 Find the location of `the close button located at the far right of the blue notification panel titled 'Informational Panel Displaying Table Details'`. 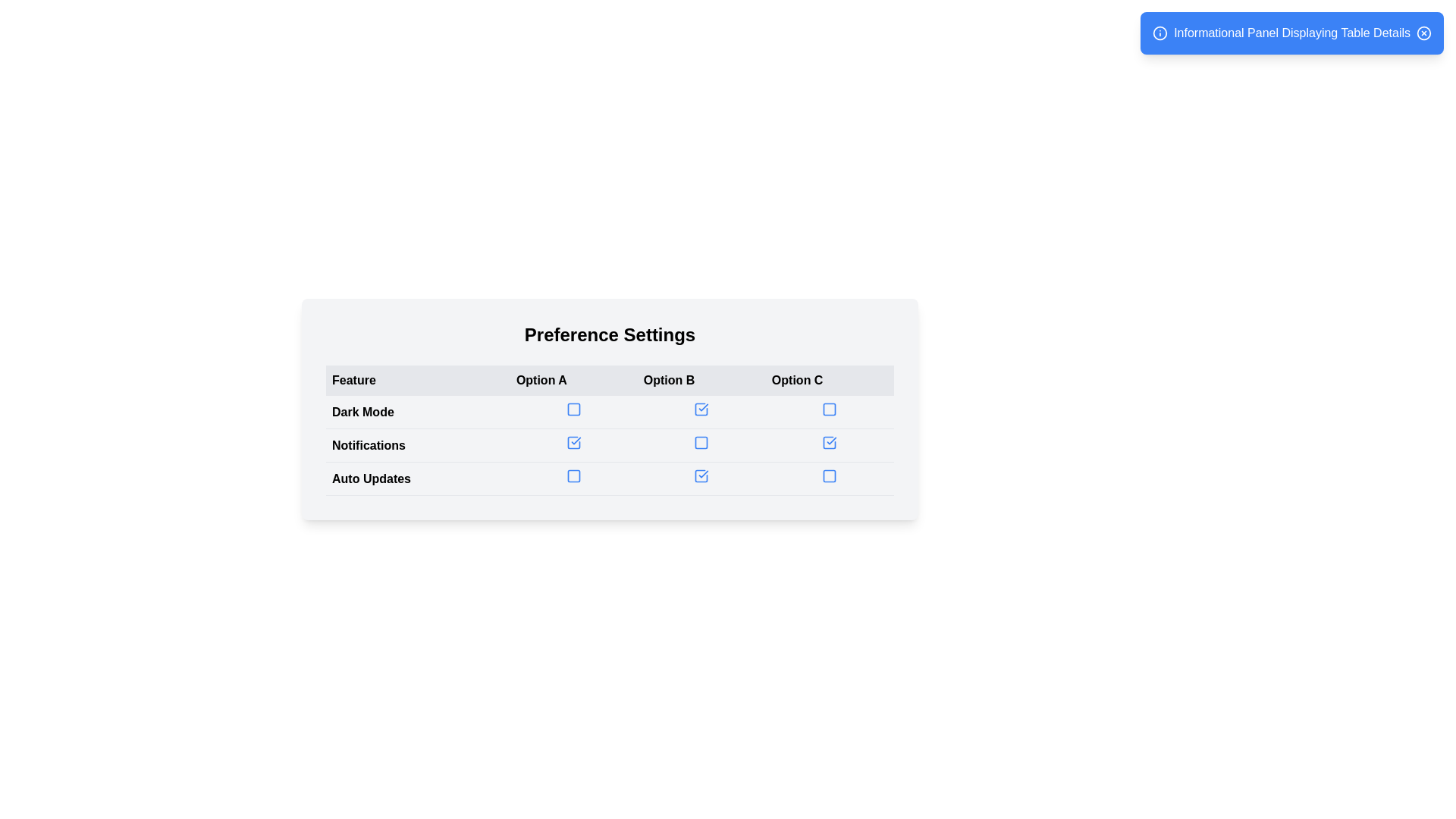

the close button located at the far right of the blue notification panel titled 'Informational Panel Displaying Table Details' is located at coordinates (1423, 33).